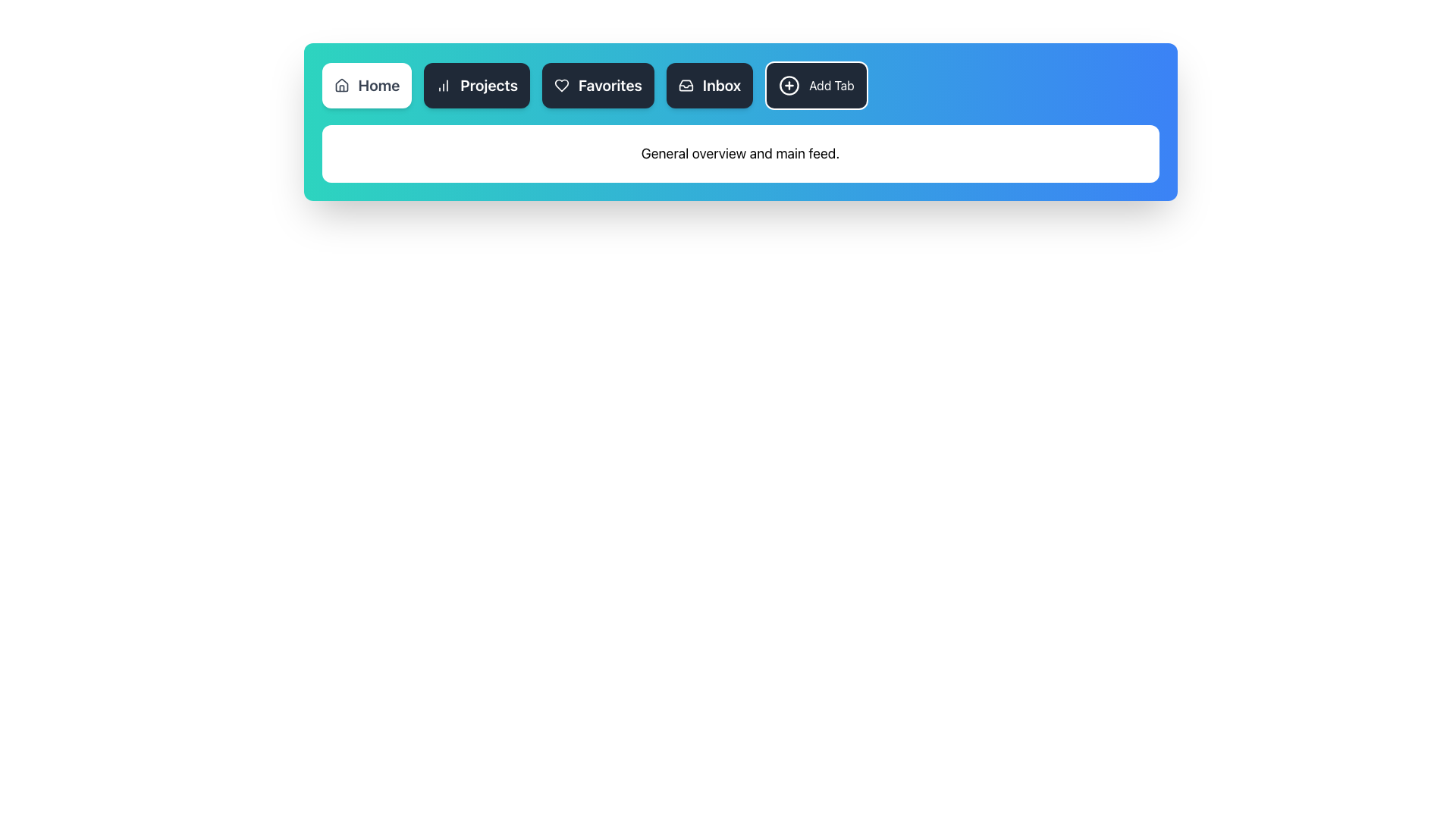 Image resolution: width=1456 pixels, height=819 pixels. What do you see at coordinates (610, 85) in the screenshot?
I see `the 'Favorites' label element within the navigation button that includes a heart icon, which is the third button in the horizontal menu bar` at bounding box center [610, 85].